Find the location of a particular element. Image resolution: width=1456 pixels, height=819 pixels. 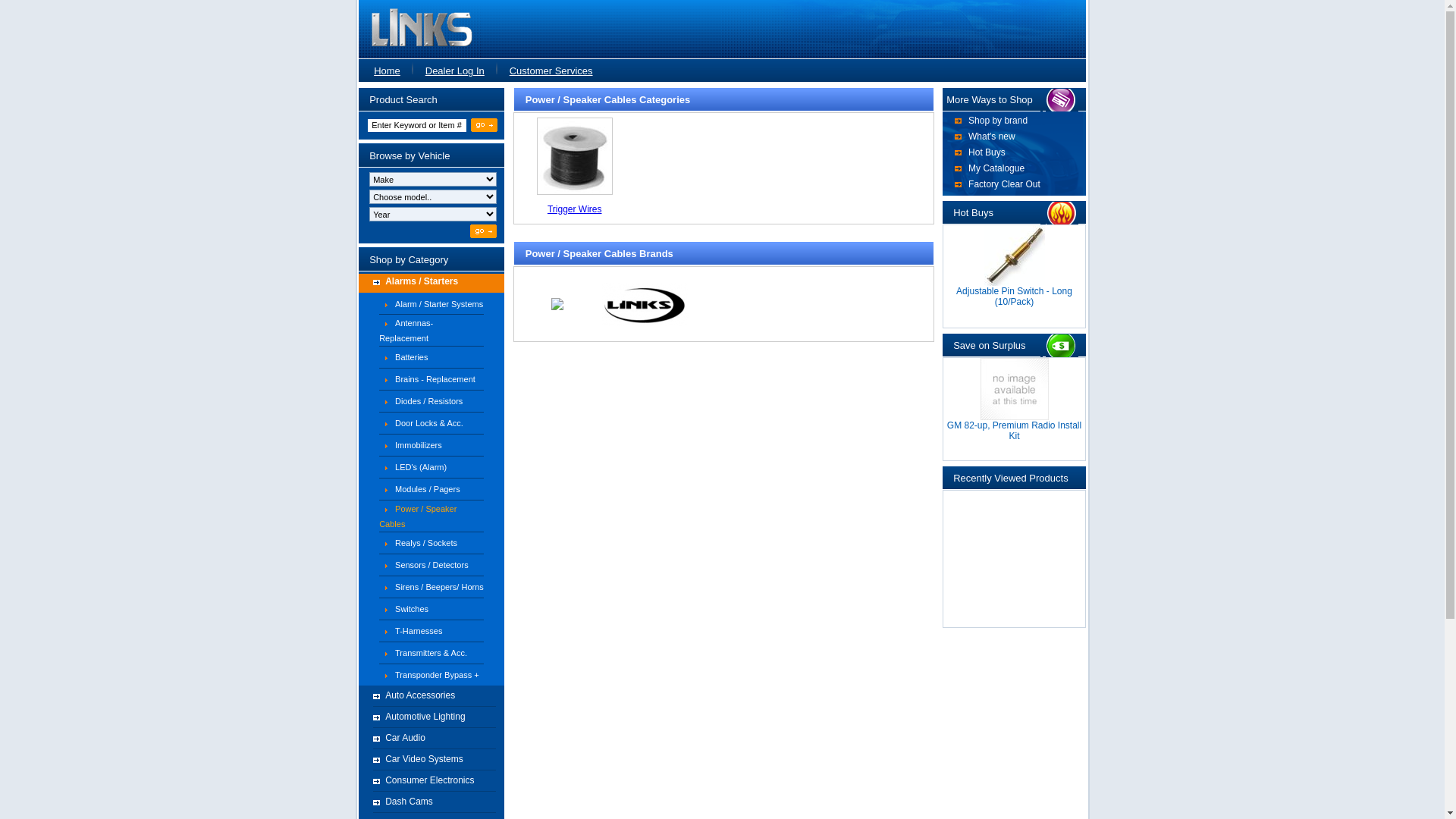

'Switches' is located at coordinates (411, 607).